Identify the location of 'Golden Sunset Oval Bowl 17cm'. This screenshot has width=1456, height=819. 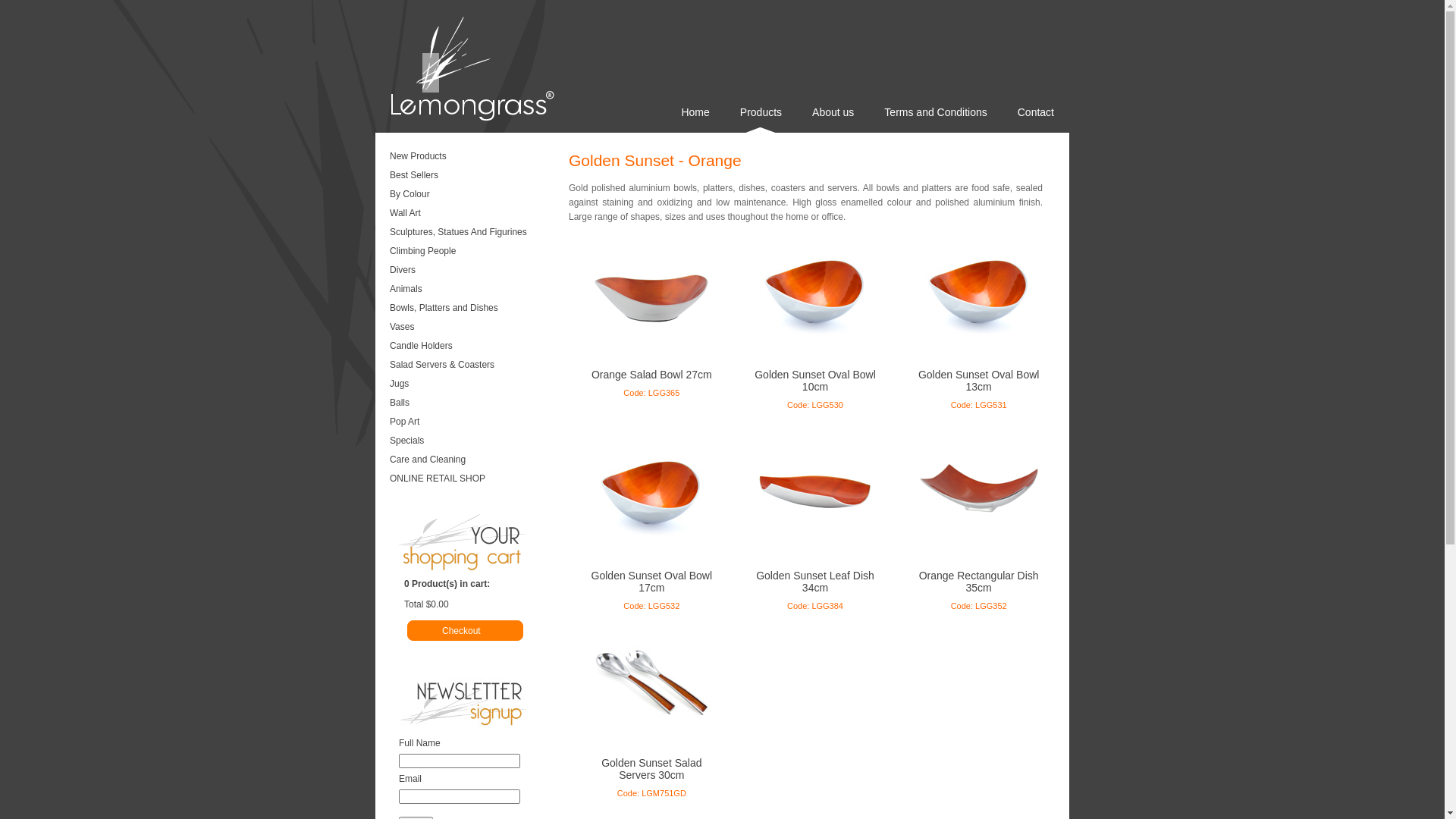
(651, 581).